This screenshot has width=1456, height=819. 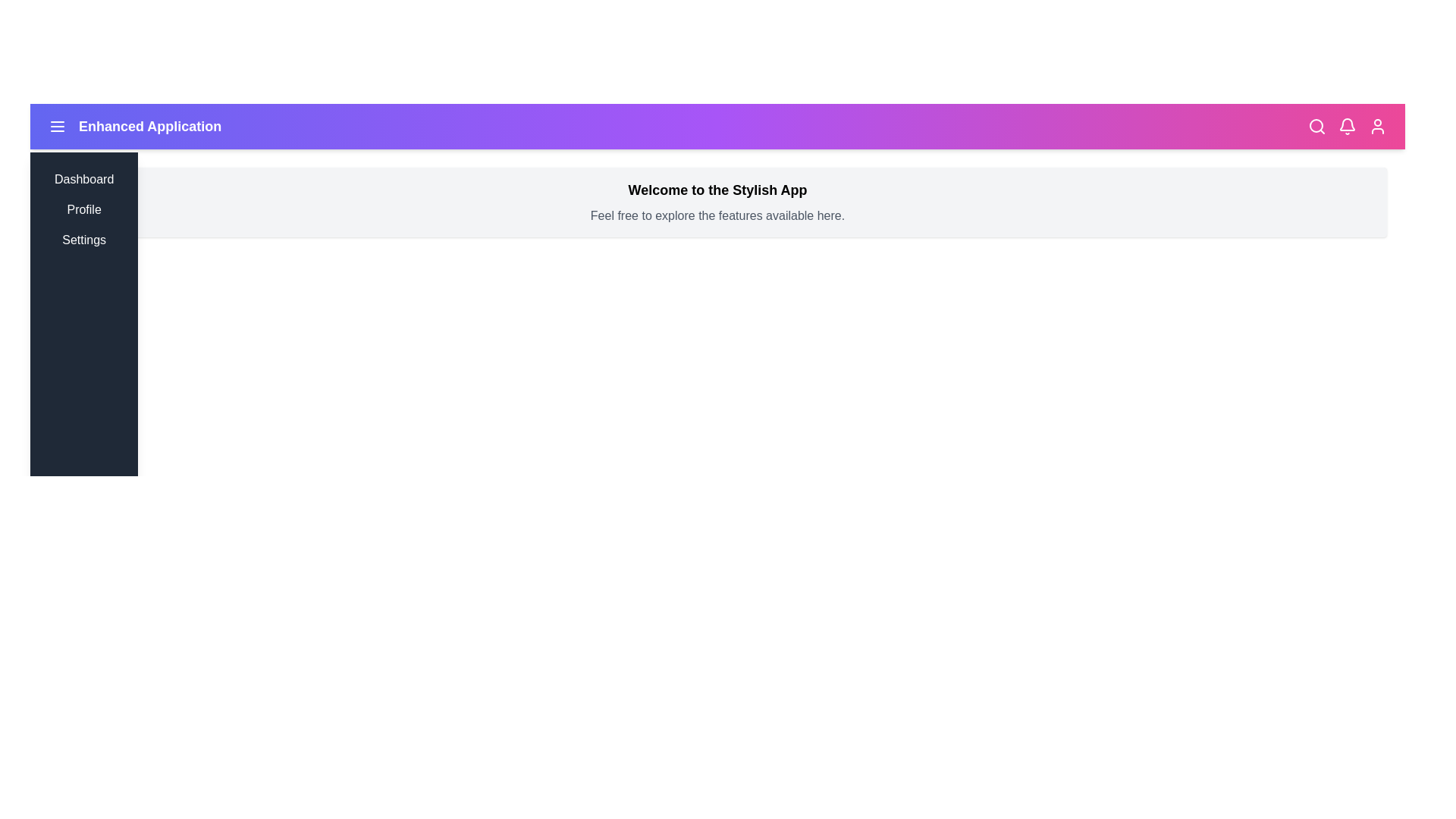 I want to click on the menu item Settings from the sidebar, so click(x=83, y=239).